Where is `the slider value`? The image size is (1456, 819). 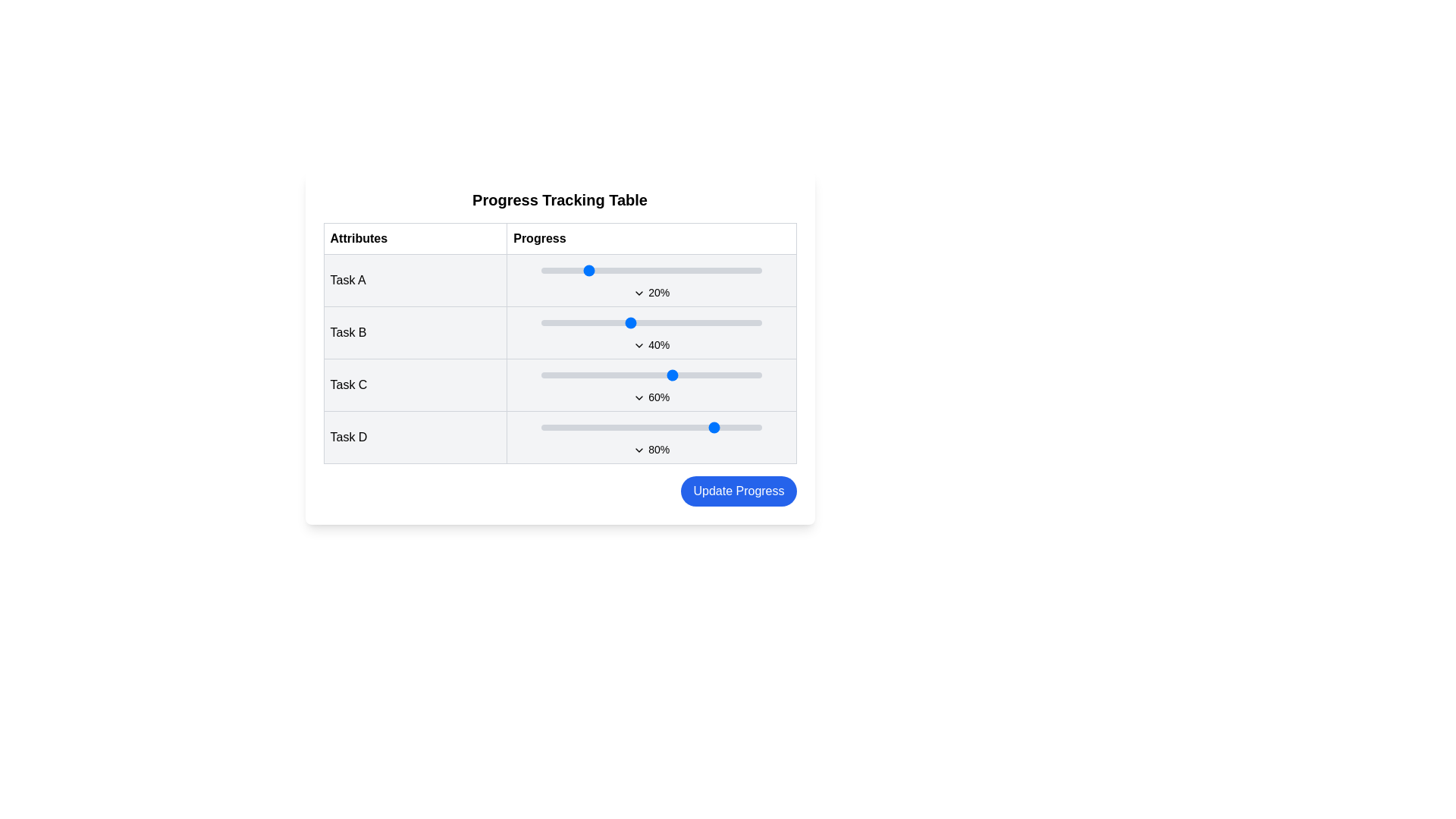 the slider value is located at coordinates (640, 270).